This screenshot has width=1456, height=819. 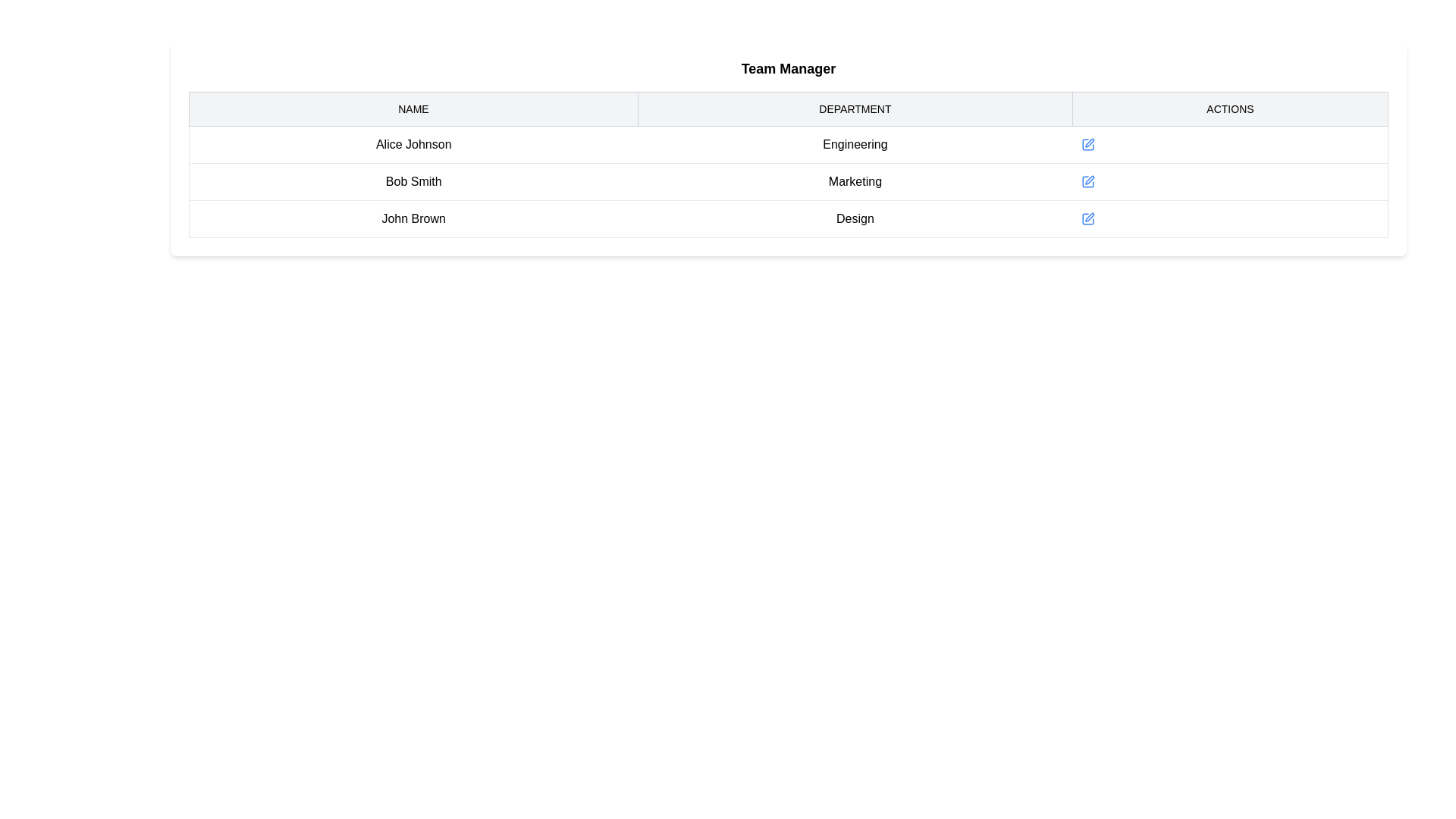 What do you see at coordinates (1088, 143) in the screenshot?
I see `the stylized square pen icon in the 'Actions' column under the 'Team Manager' heading to initiate editing` at bounding box center [1088, 143].